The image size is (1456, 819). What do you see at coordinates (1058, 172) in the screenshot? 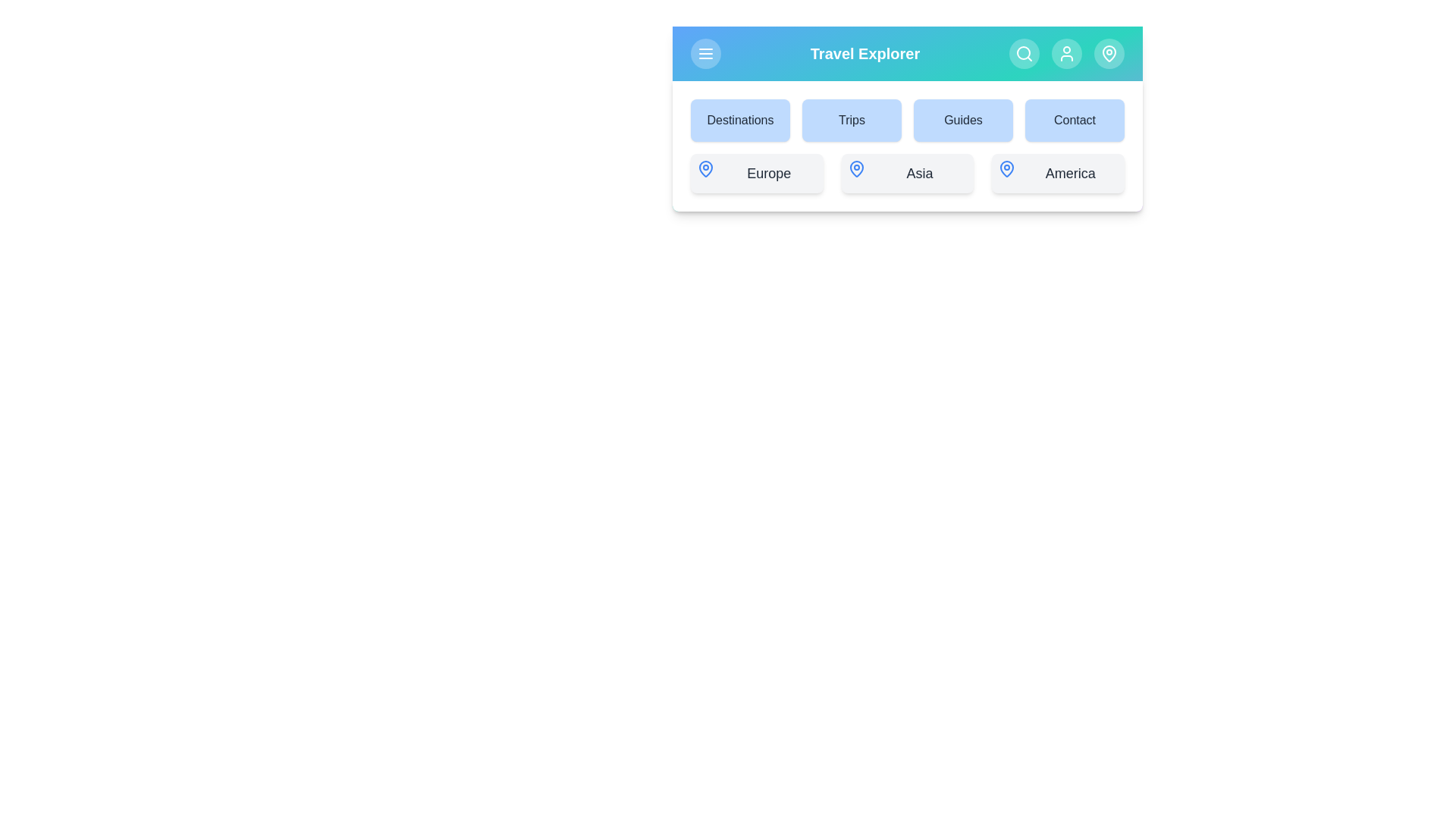
I see `the America button to select it` at bounding box center [1058, 172].